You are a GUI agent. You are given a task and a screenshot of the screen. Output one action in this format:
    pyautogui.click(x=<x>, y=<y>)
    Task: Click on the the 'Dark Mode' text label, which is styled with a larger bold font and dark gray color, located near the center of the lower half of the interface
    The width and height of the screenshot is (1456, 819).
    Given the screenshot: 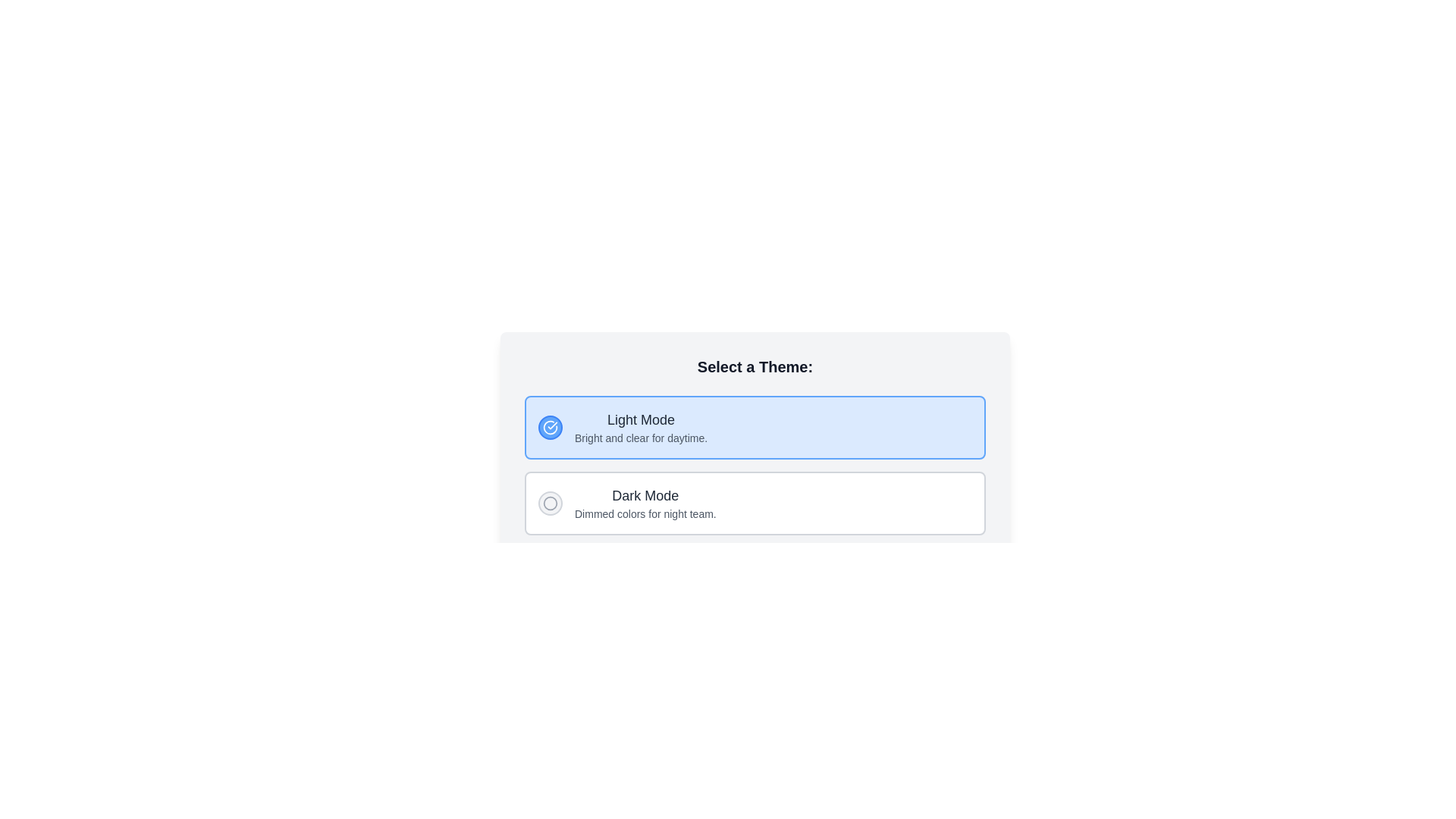 What is the action you would take?
    pyautogui.click(x=645, y=496)
    